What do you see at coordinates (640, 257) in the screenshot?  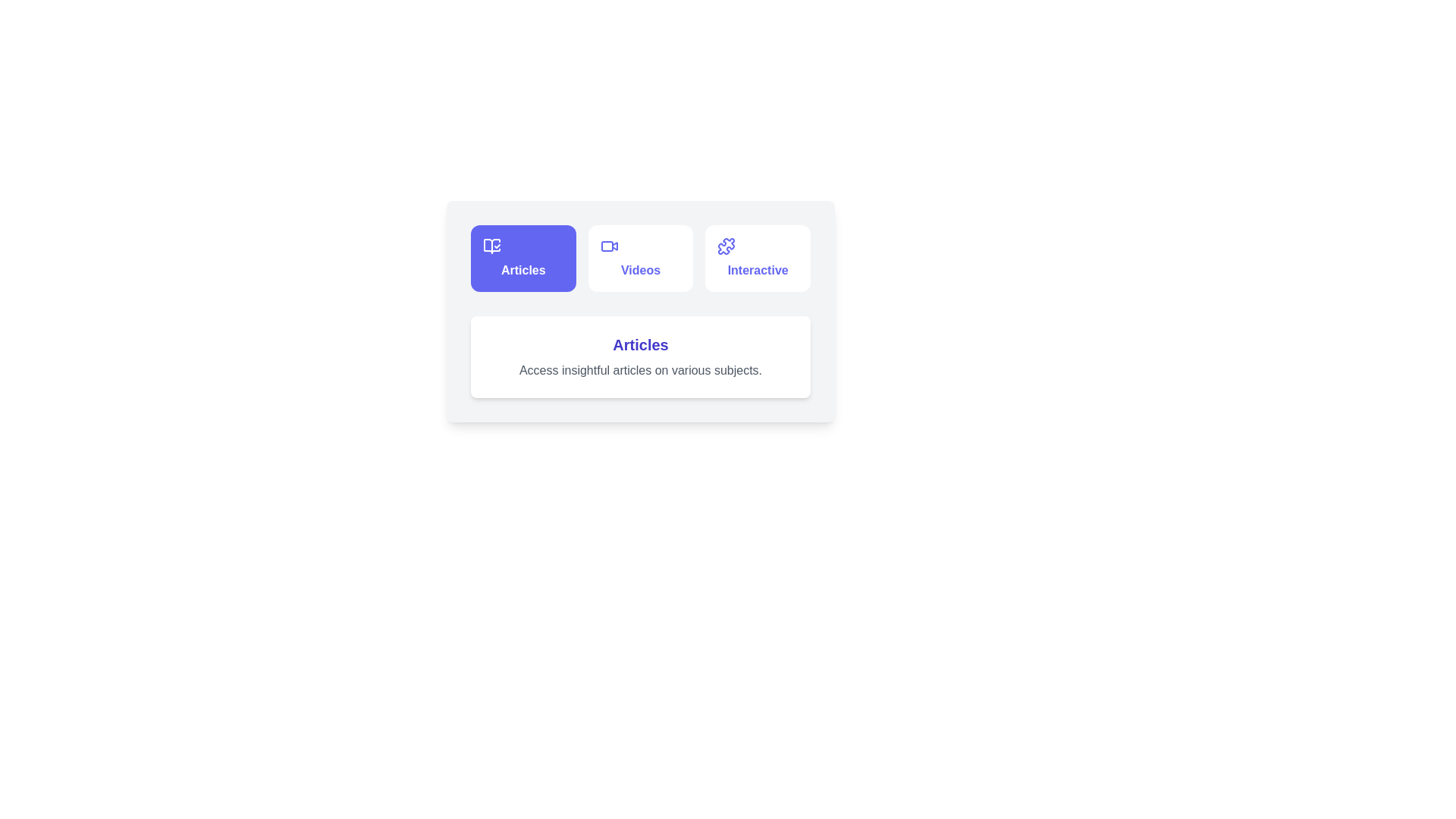 I see `the Videos tab to view its content` at bounding box center [640, 257].